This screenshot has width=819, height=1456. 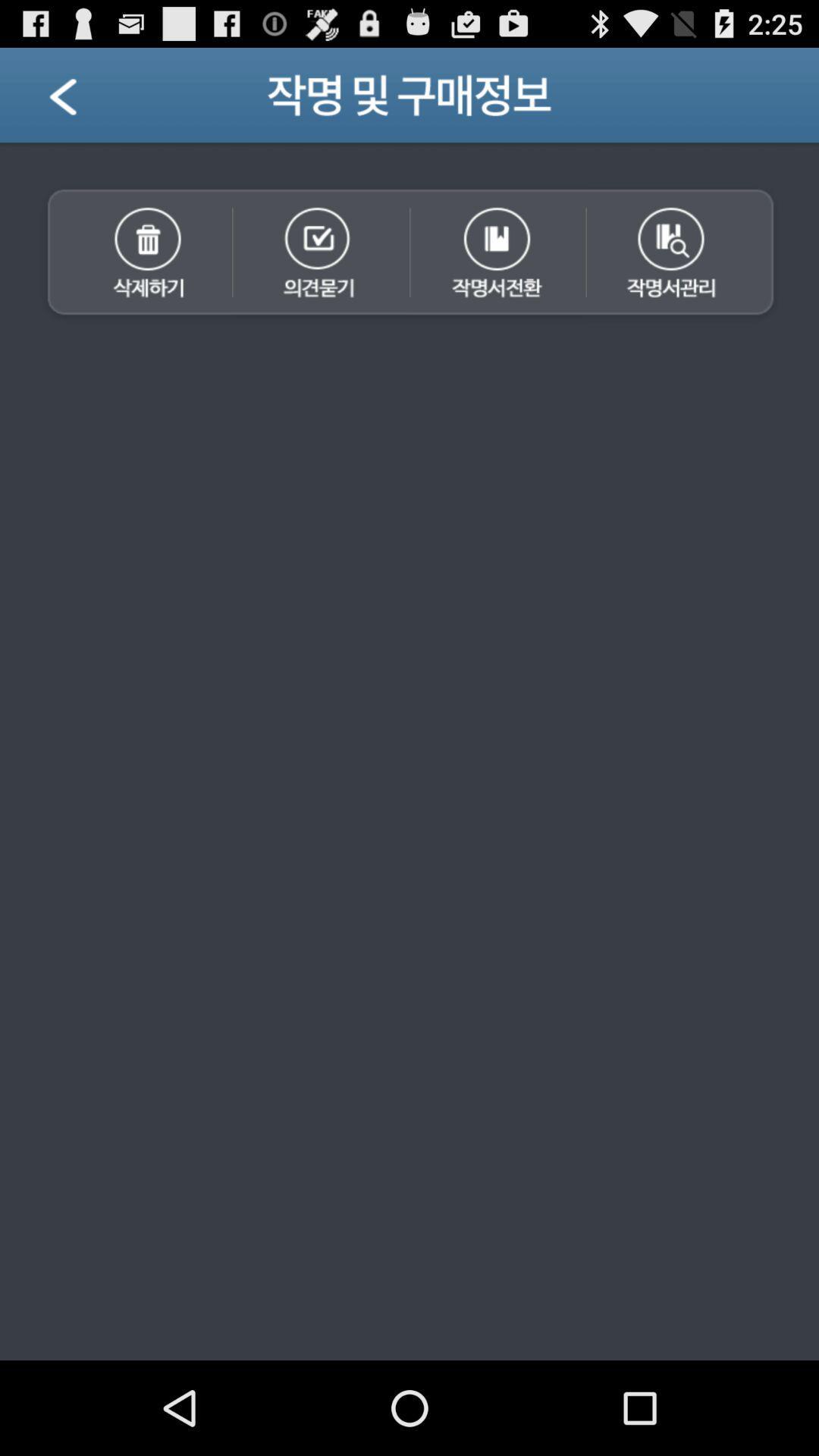 I want to click on acctivate 4th icon, so click(x=684, y=254).